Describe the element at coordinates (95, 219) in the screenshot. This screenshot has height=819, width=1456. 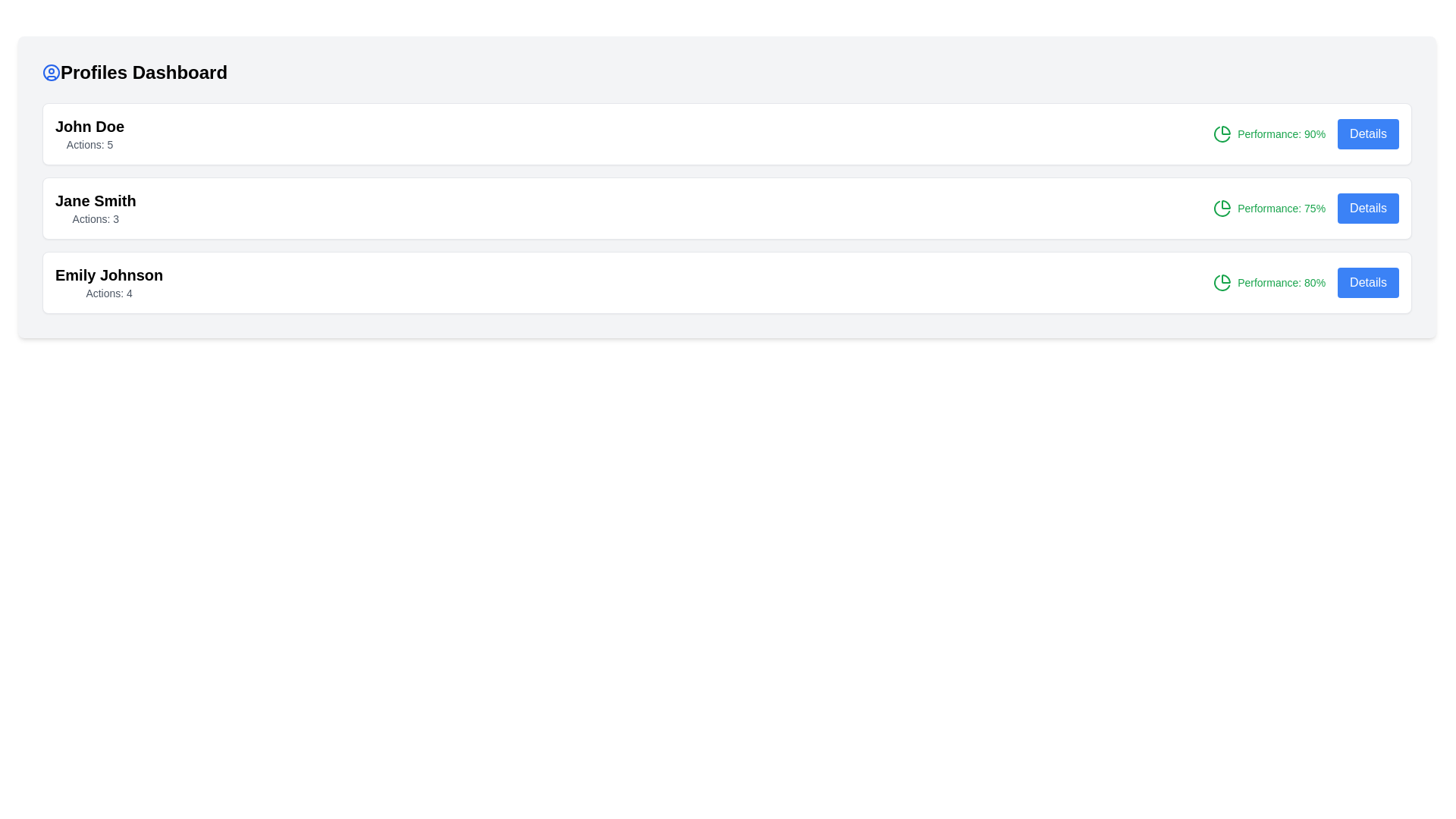
I see `the informational text label indicating the number of actions associated with 'Jane Smith', located directly below the 'Jane Smith' label` at that location.